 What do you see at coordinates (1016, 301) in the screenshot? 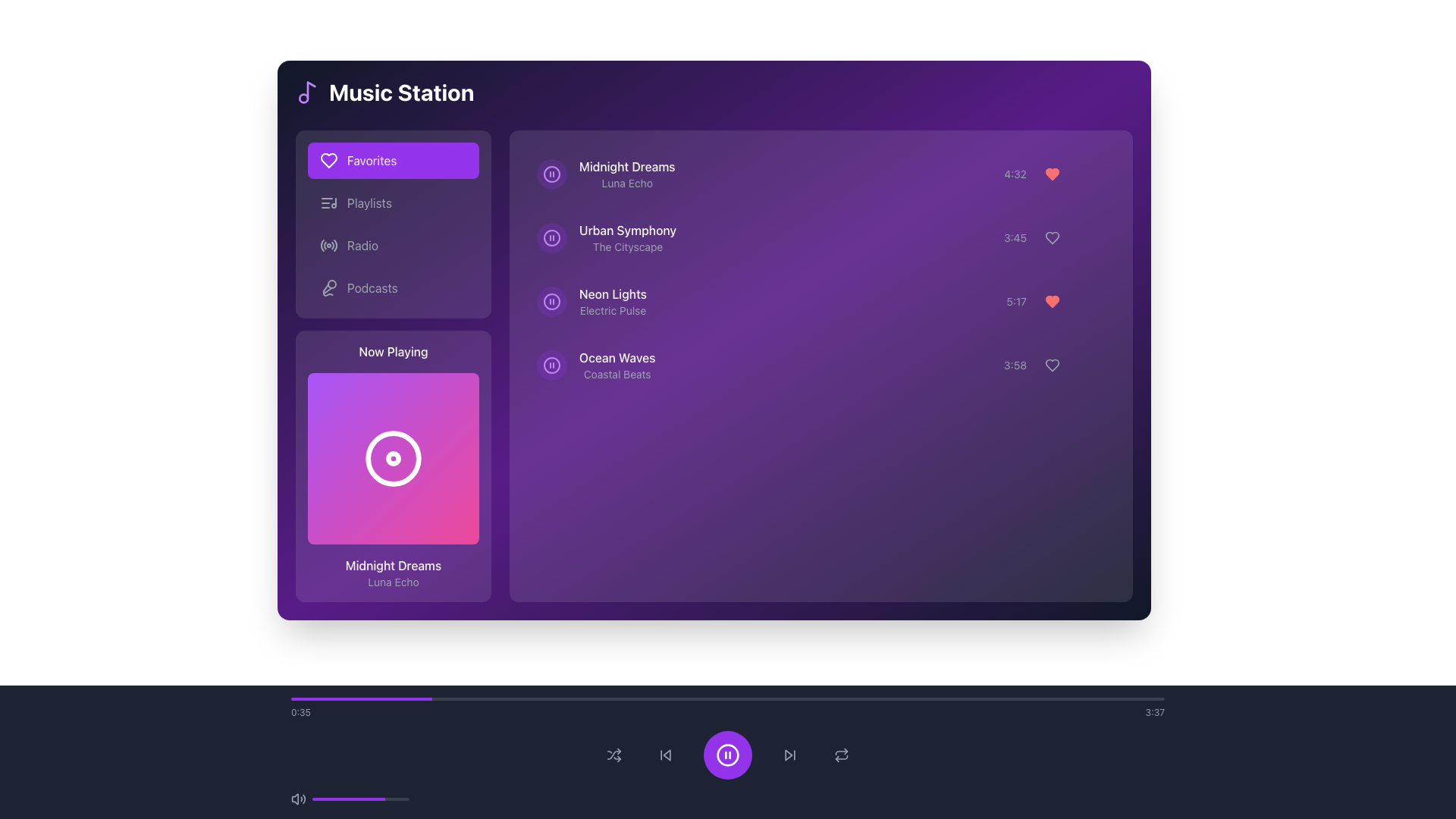
I see `the small, gray text label reading '5:17', which indicates a time duration and is located in the third row of a vertical list on the right side of the interface` at bounding box center [1016, 301].